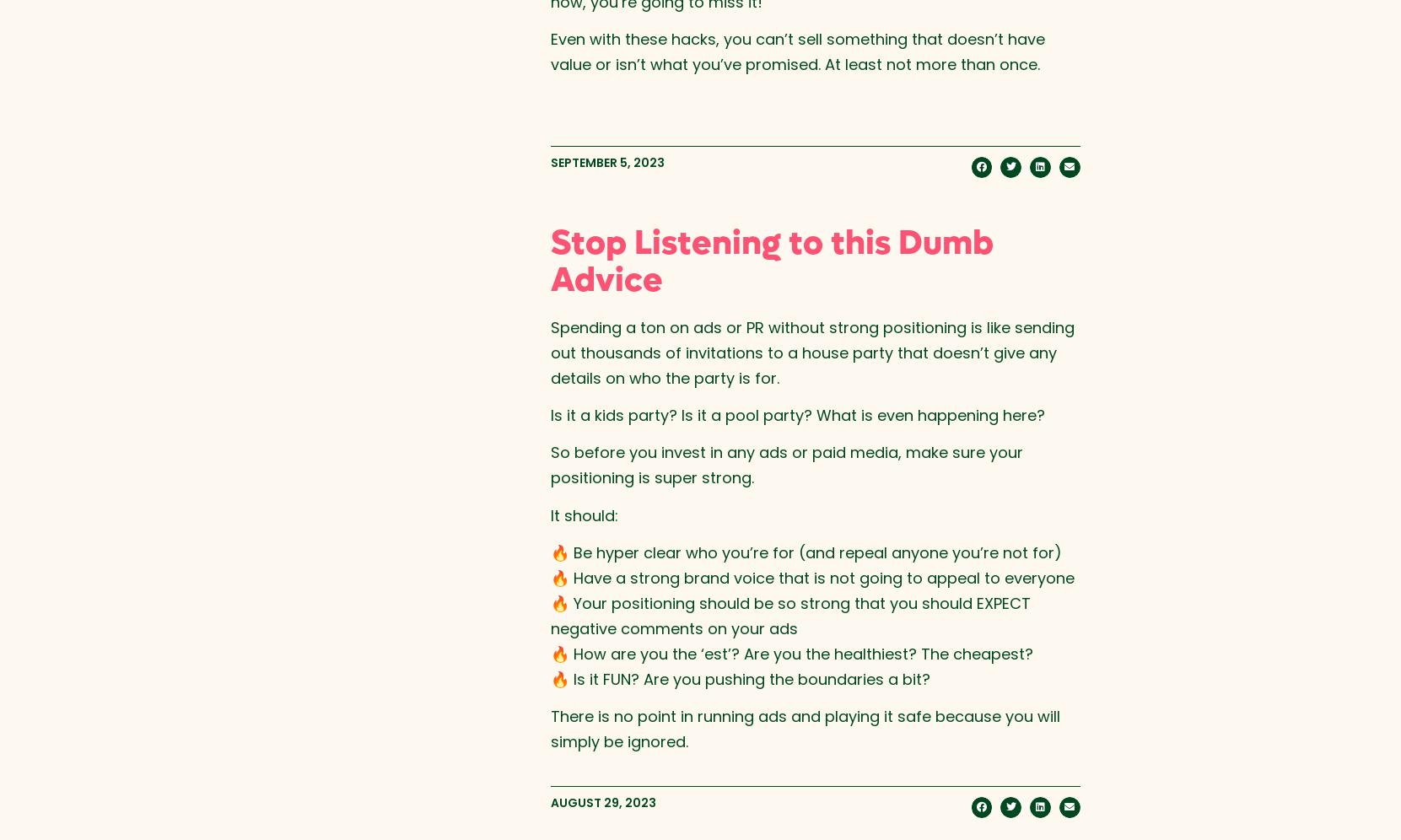 The height and width of the screenshot is (840, 1401). What do you see at coordinates (602, 801) in the screenshot?
I see `'August 29, 2023'` at bounding box center [602, 801].